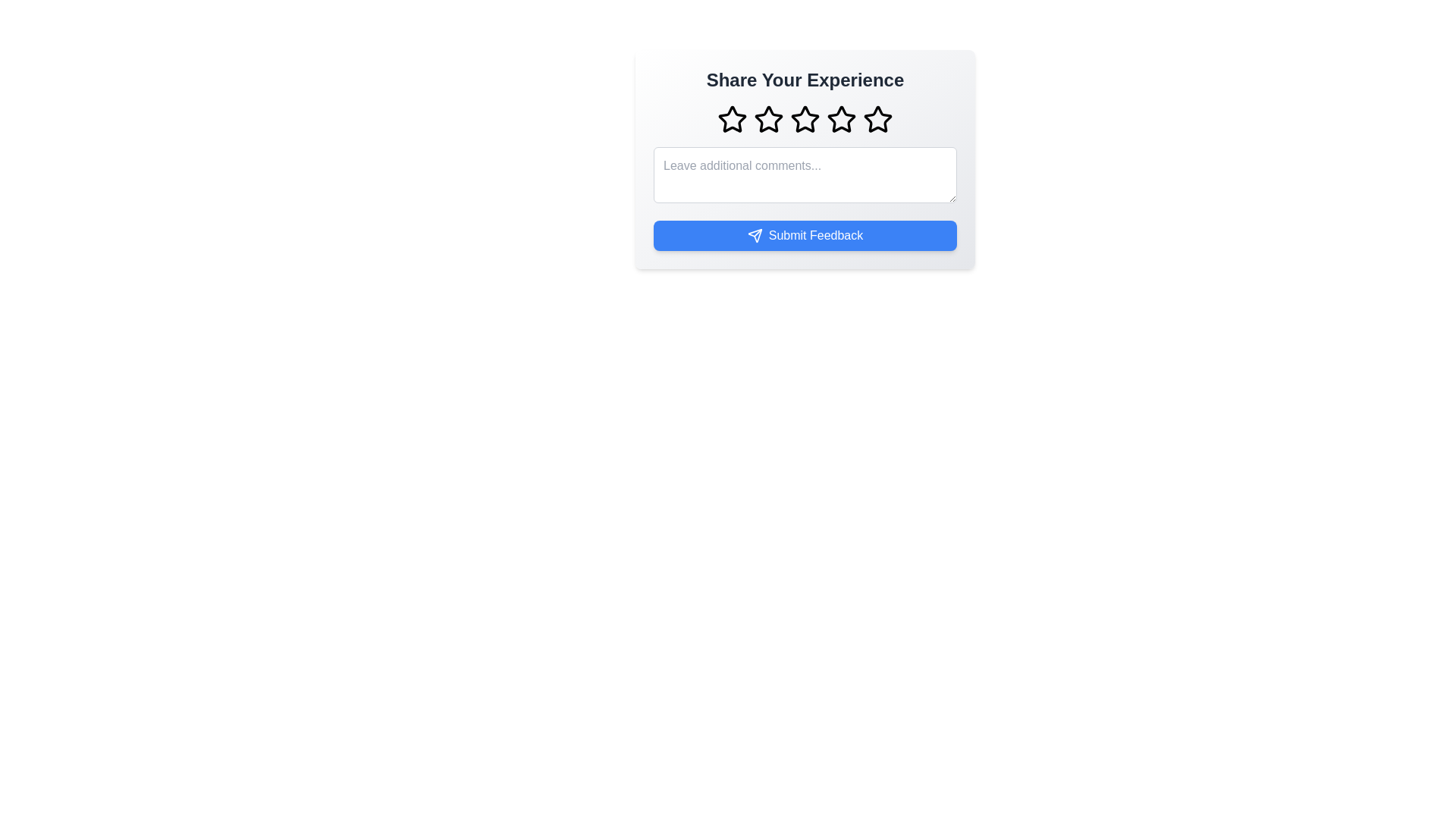 Image resolution: width=1456 pixels, height=819 pixels. What do you see at coordinates (804, 159) in the screenshot?
I see `the text input area below the title 'Share Your Experience' and the row of stars to focus on it` at bounding box center [804, 159].